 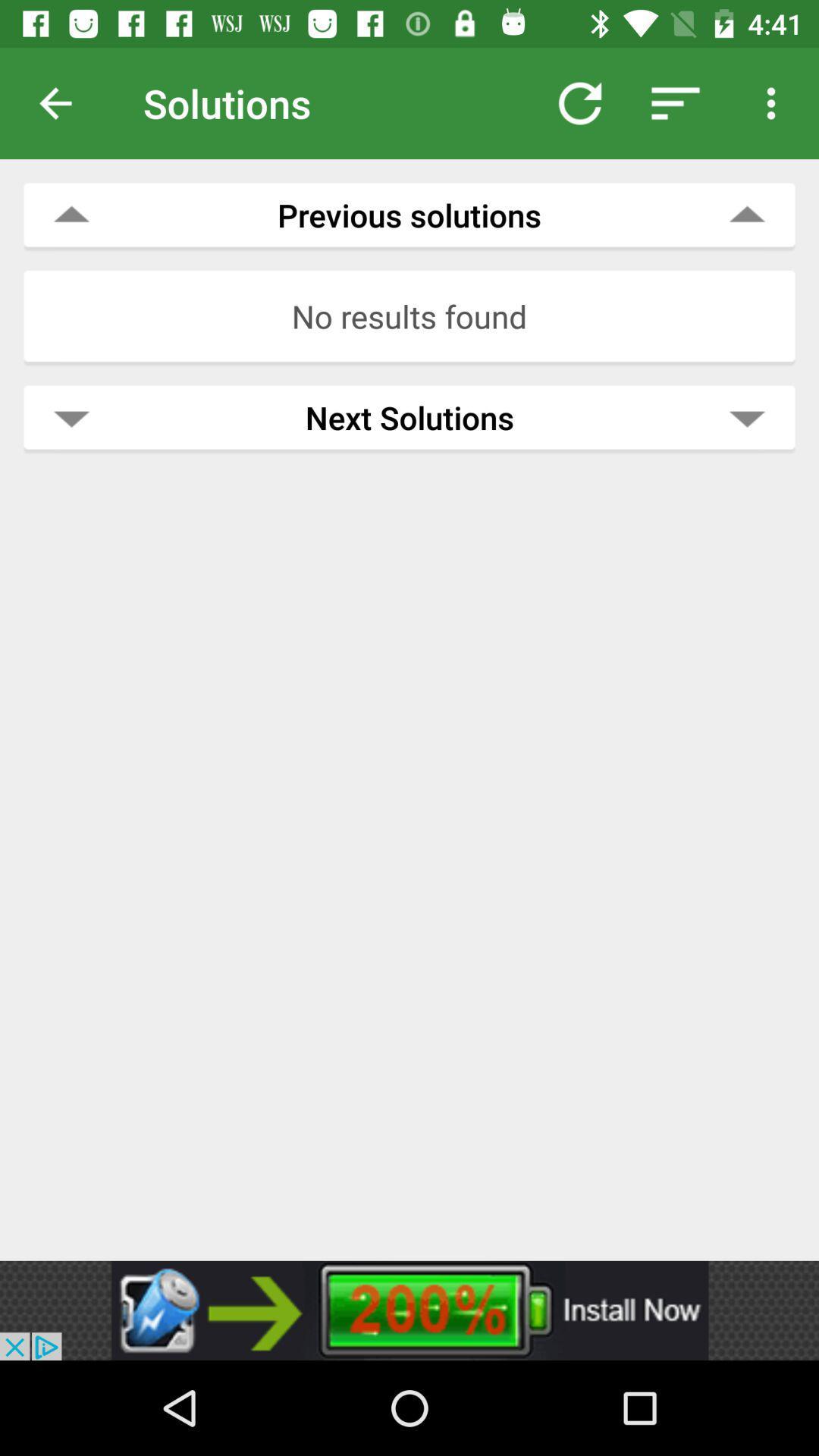 I want to click on advertisement, so click(x=409, y=1310).